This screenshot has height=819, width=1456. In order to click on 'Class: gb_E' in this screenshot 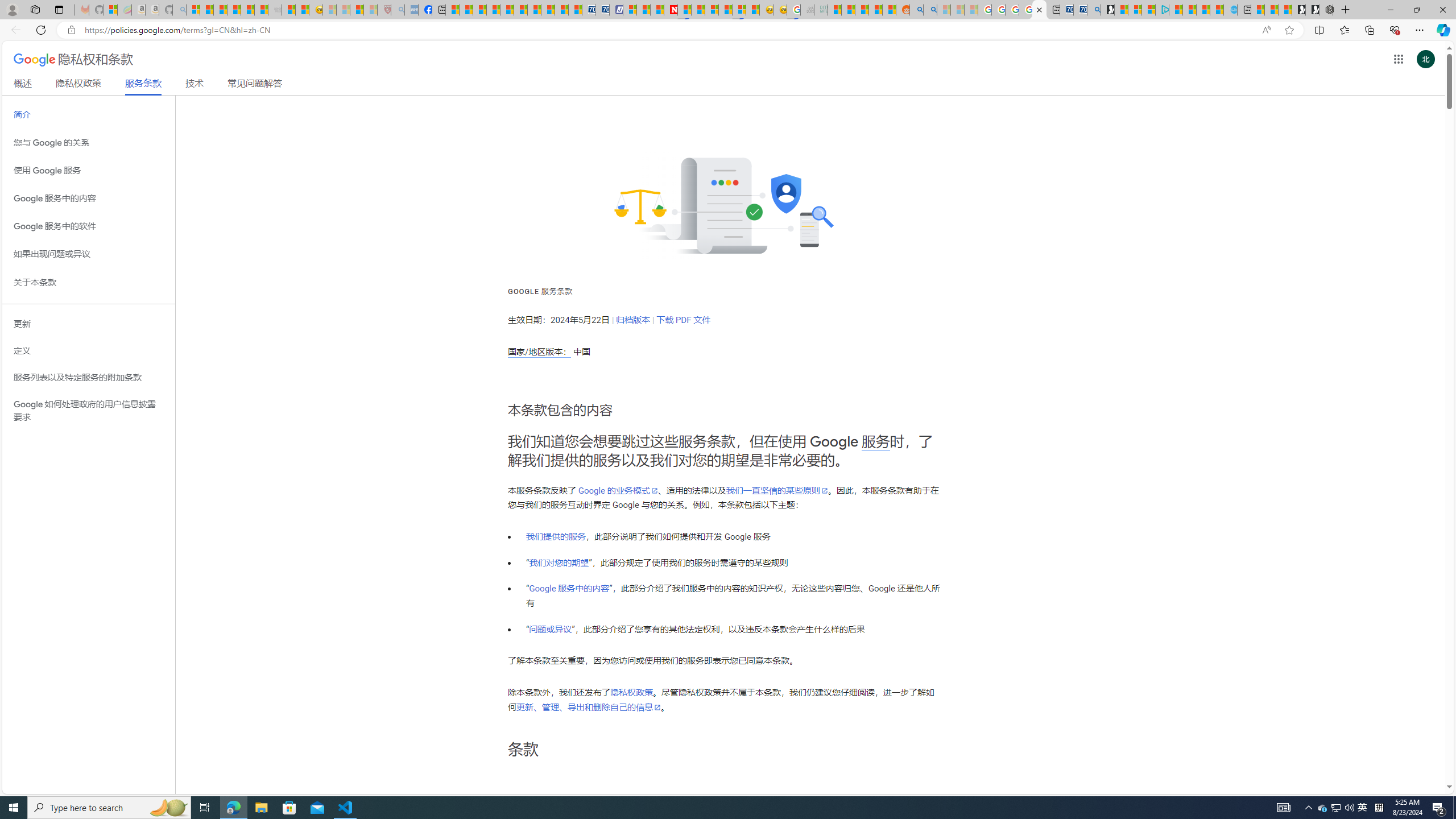, I will do `click(1398, 59)`.